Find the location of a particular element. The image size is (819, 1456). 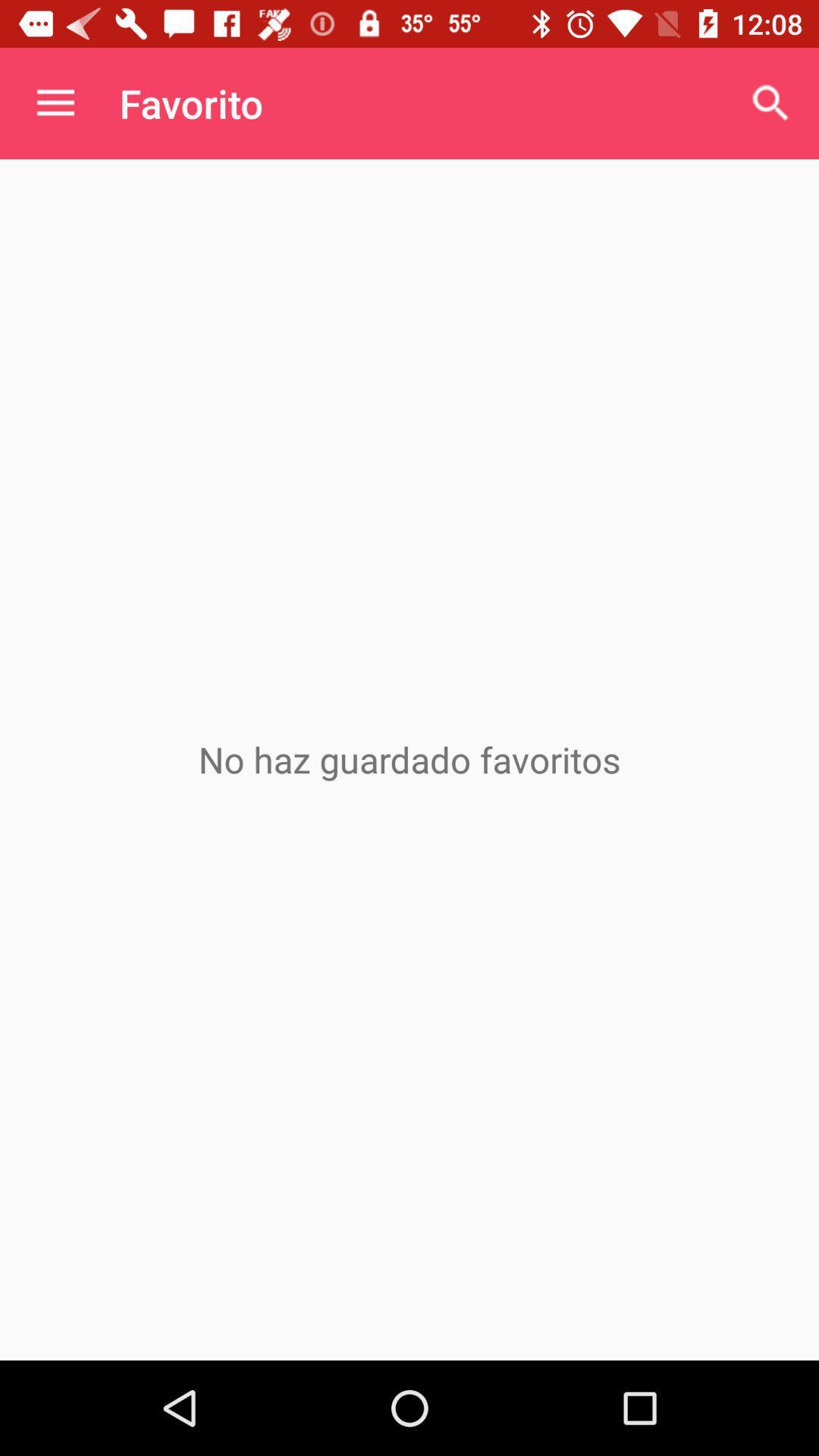

the item next to favorito icon is located at coordinates (55, 102).